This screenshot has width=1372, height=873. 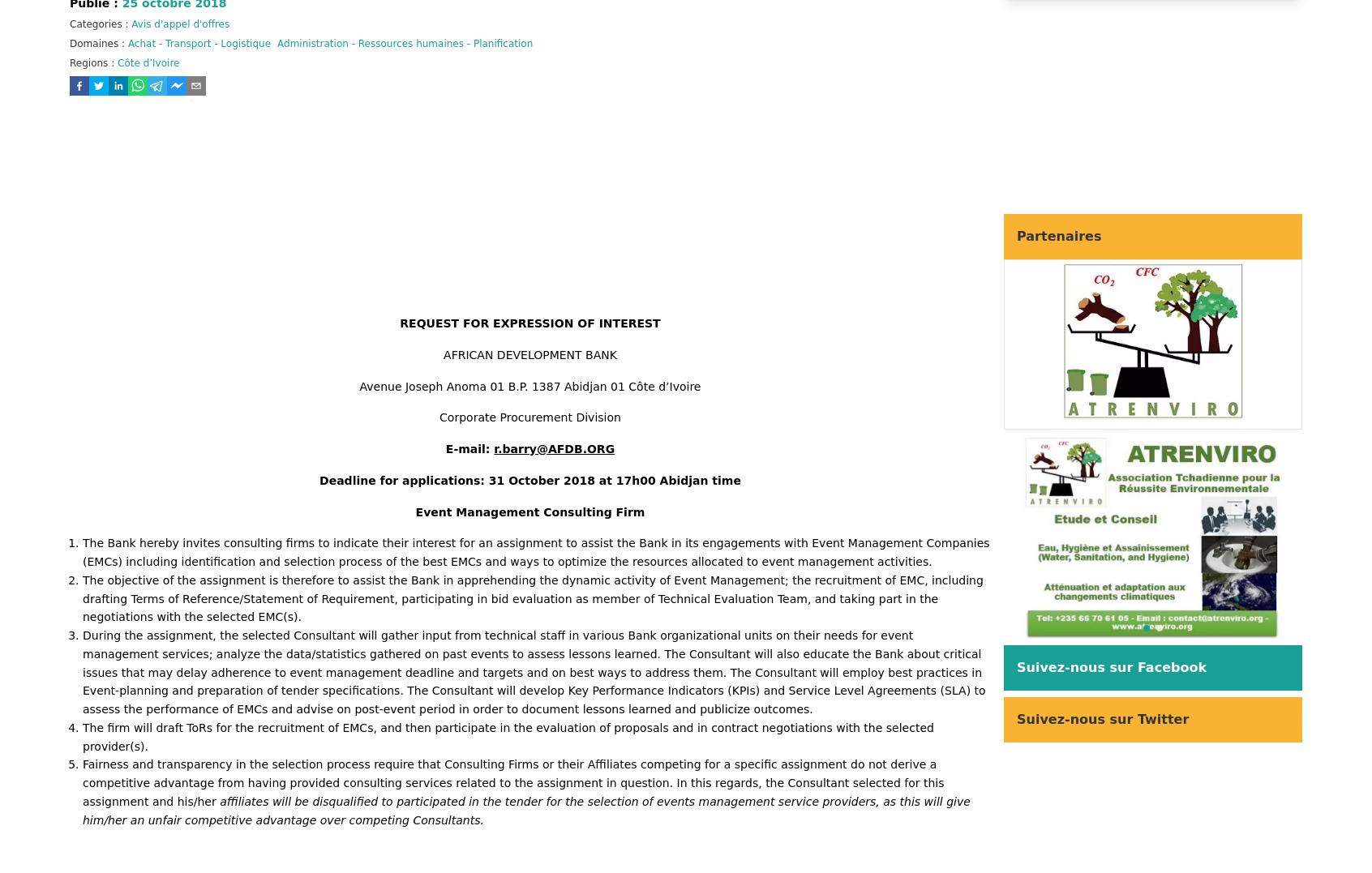 What do you see at coordinates (507, 736) in the screenshot?
I see `'The firm will draft ToRs for the recruitment of EMCs, and then participate in the evaluation of proposals and in contract negotiations with the selected provider(s).'` at bounding box center [507, 736].